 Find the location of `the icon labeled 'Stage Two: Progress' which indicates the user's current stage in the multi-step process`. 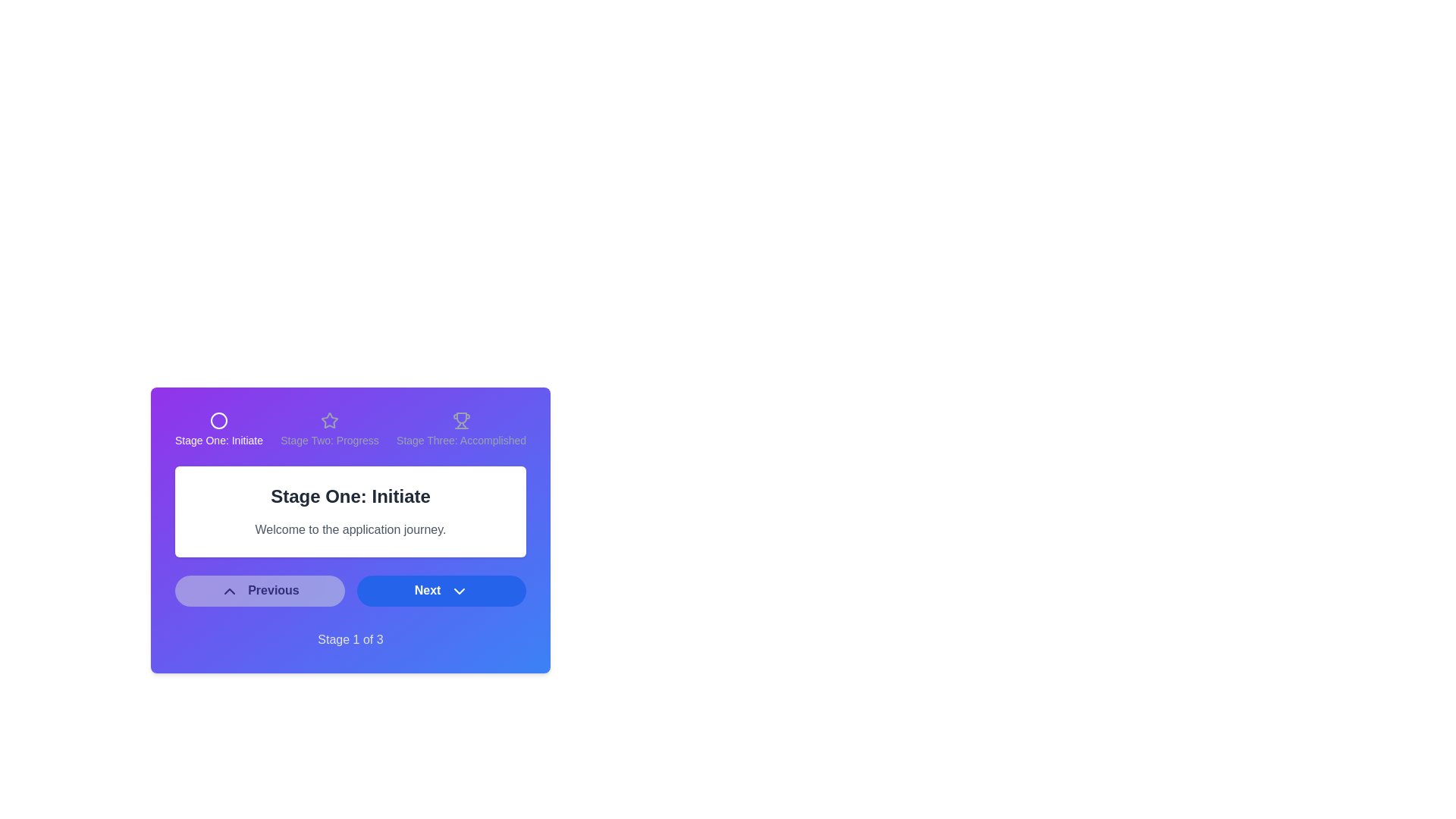

the icon labeled 'Stage Two: Progress' which indicates the user's current stage in the multi-step process is located at coordinates (329, 420).